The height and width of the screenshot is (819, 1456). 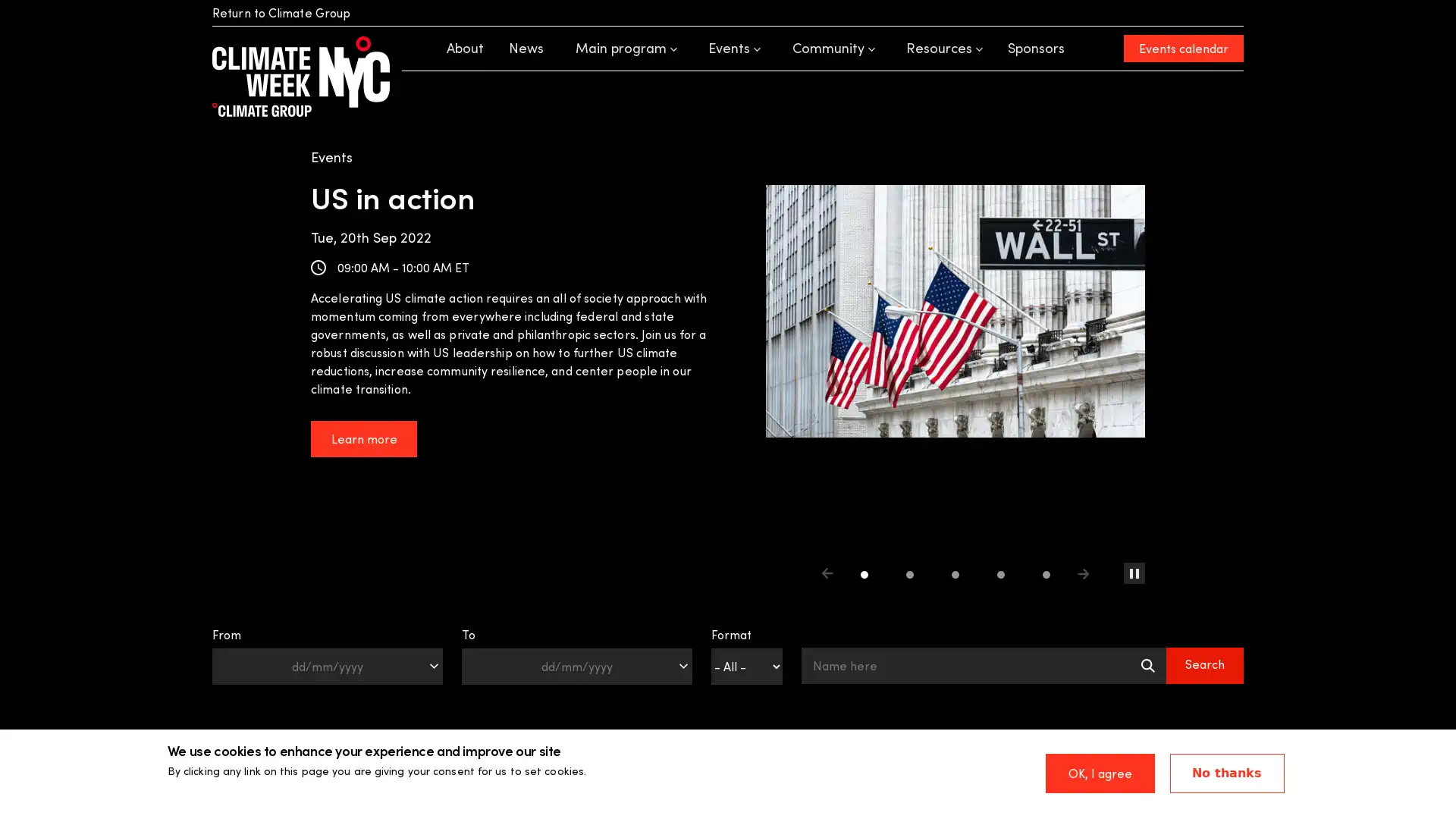 I want to click on No thanks, so click(x=1226, y=773).